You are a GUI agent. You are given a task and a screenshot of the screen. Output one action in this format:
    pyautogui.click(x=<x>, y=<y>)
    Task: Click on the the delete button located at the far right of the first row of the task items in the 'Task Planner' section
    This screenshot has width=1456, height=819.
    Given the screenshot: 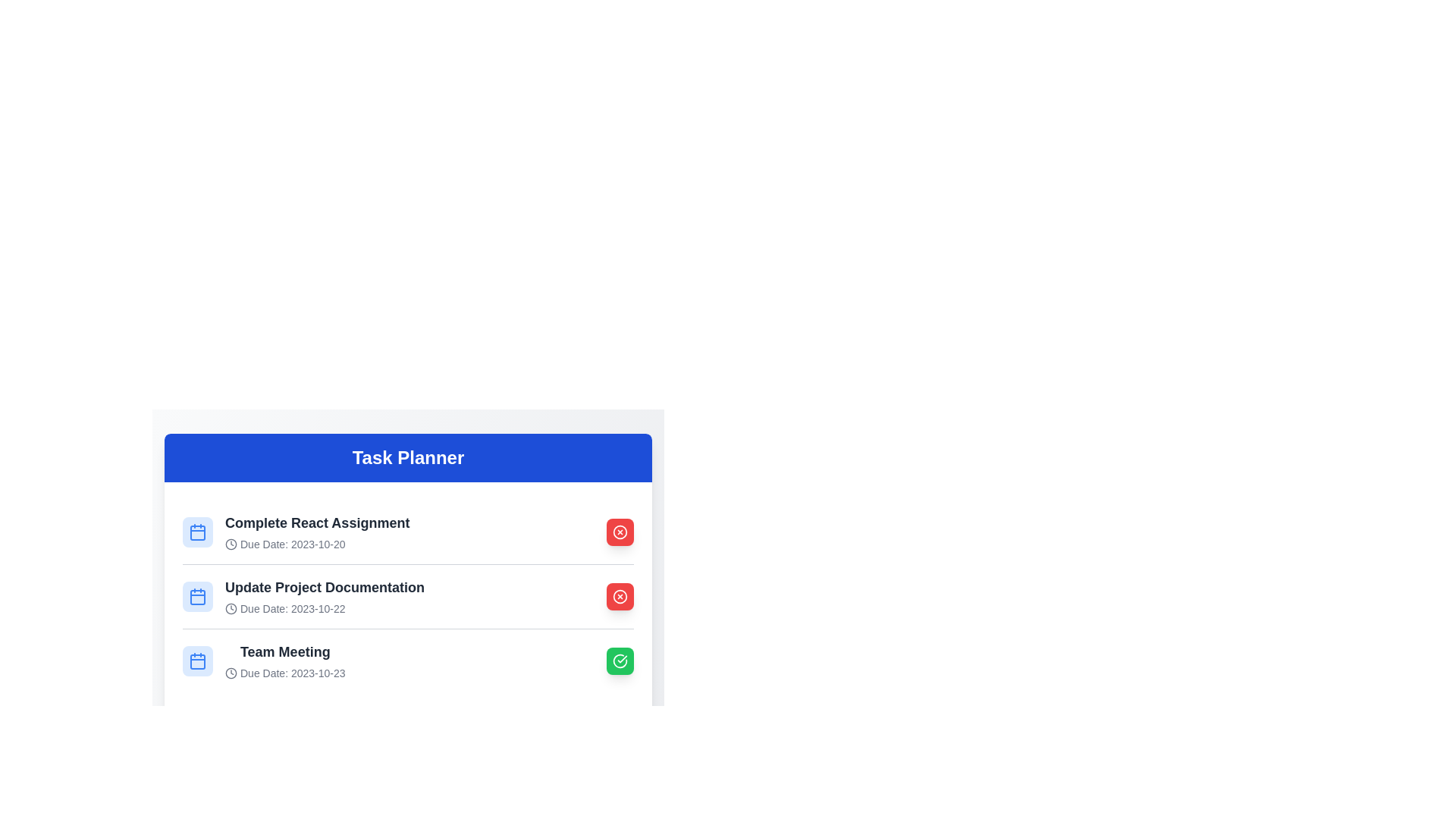 What is the action you would take?
    pyautogui.click(x=620, y=595)
    